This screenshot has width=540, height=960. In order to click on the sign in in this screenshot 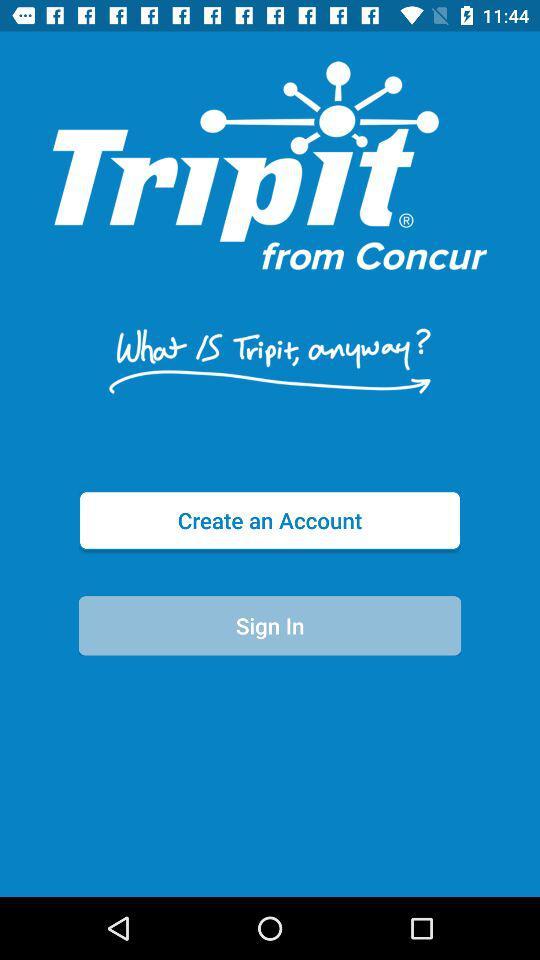, I will do `click(270, 624)`.